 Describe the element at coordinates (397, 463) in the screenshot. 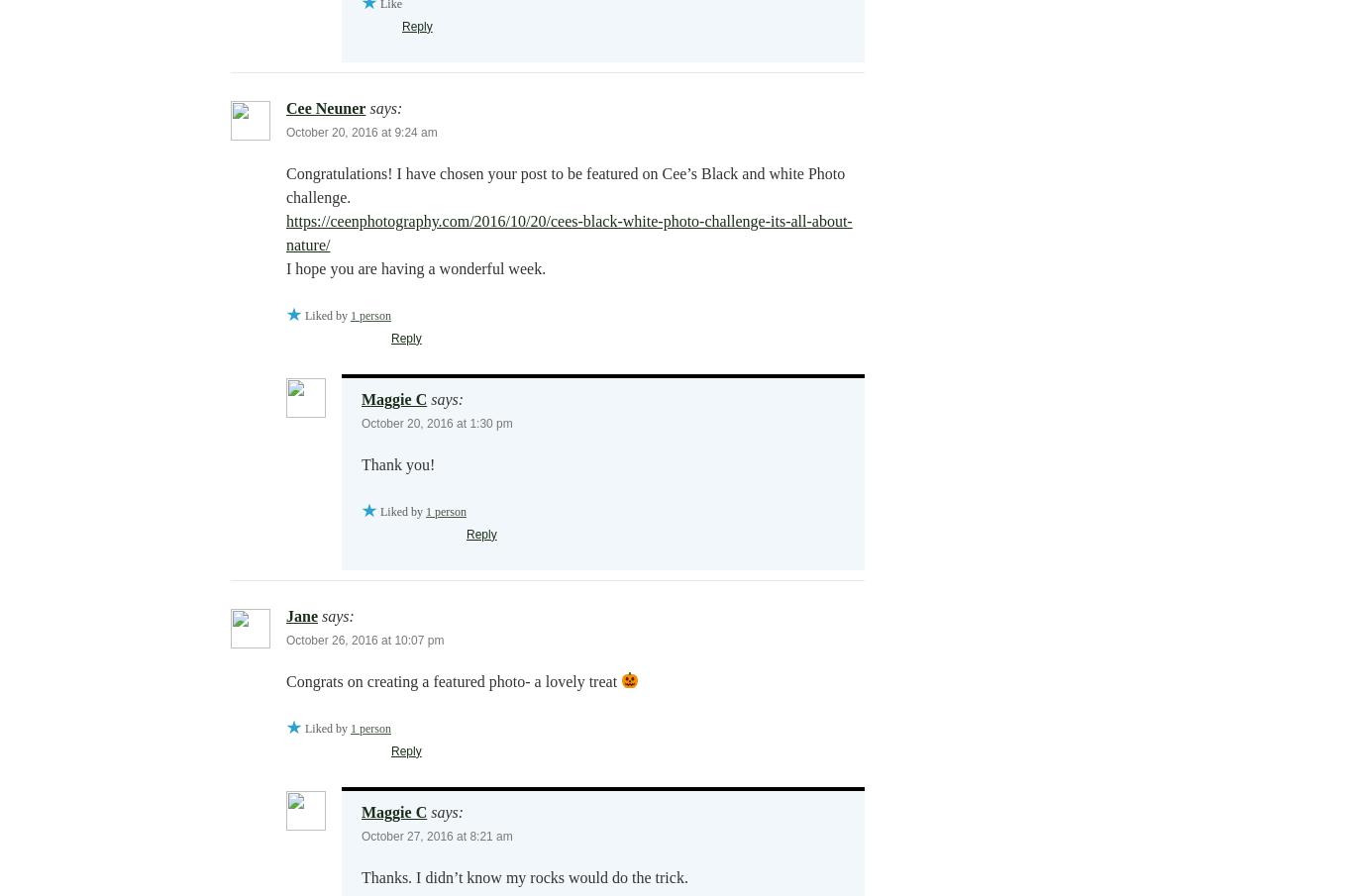

I see `'Thank you!'` at that location.